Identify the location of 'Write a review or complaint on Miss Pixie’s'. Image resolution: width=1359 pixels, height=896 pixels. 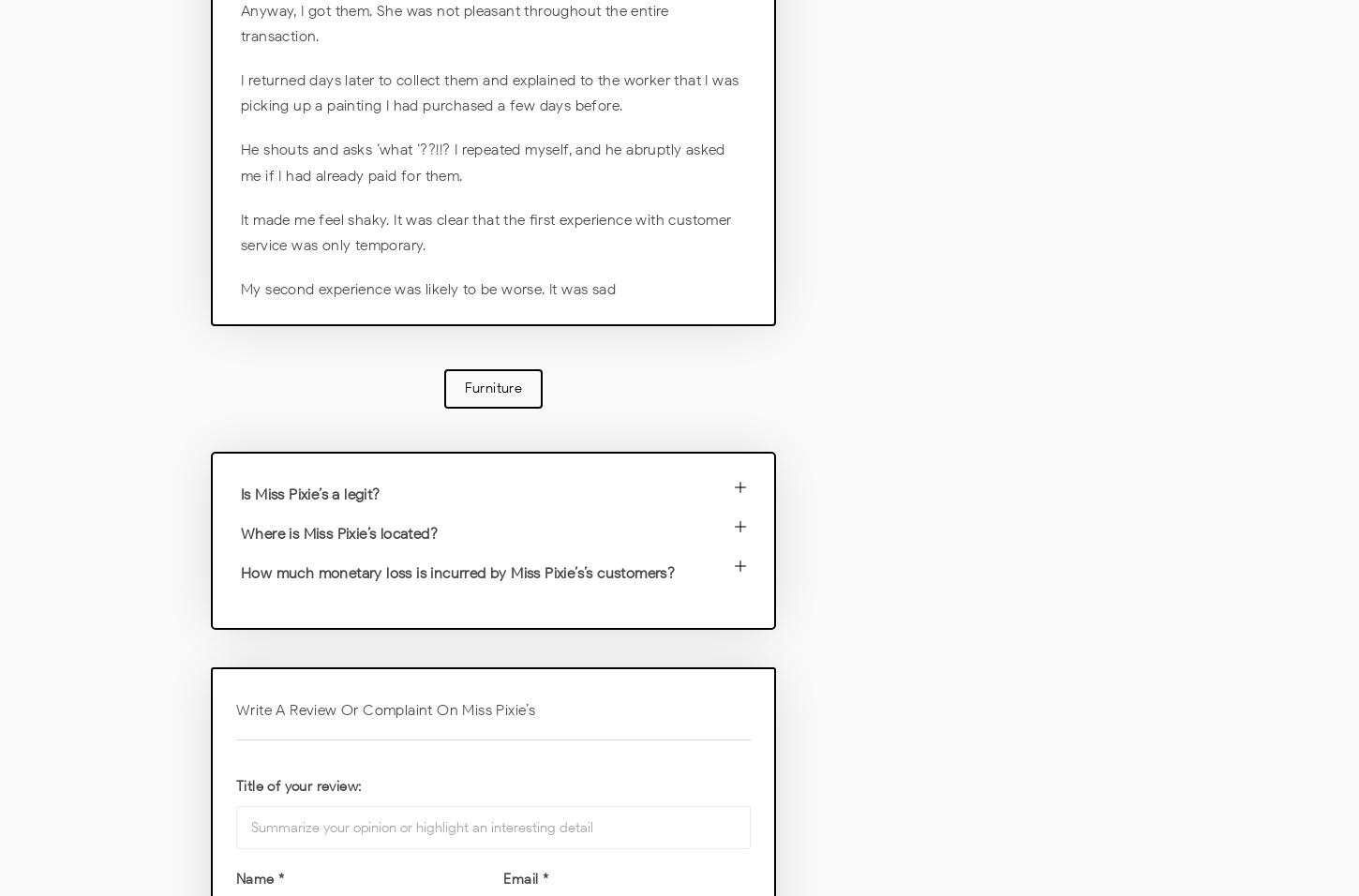
(384, 709).